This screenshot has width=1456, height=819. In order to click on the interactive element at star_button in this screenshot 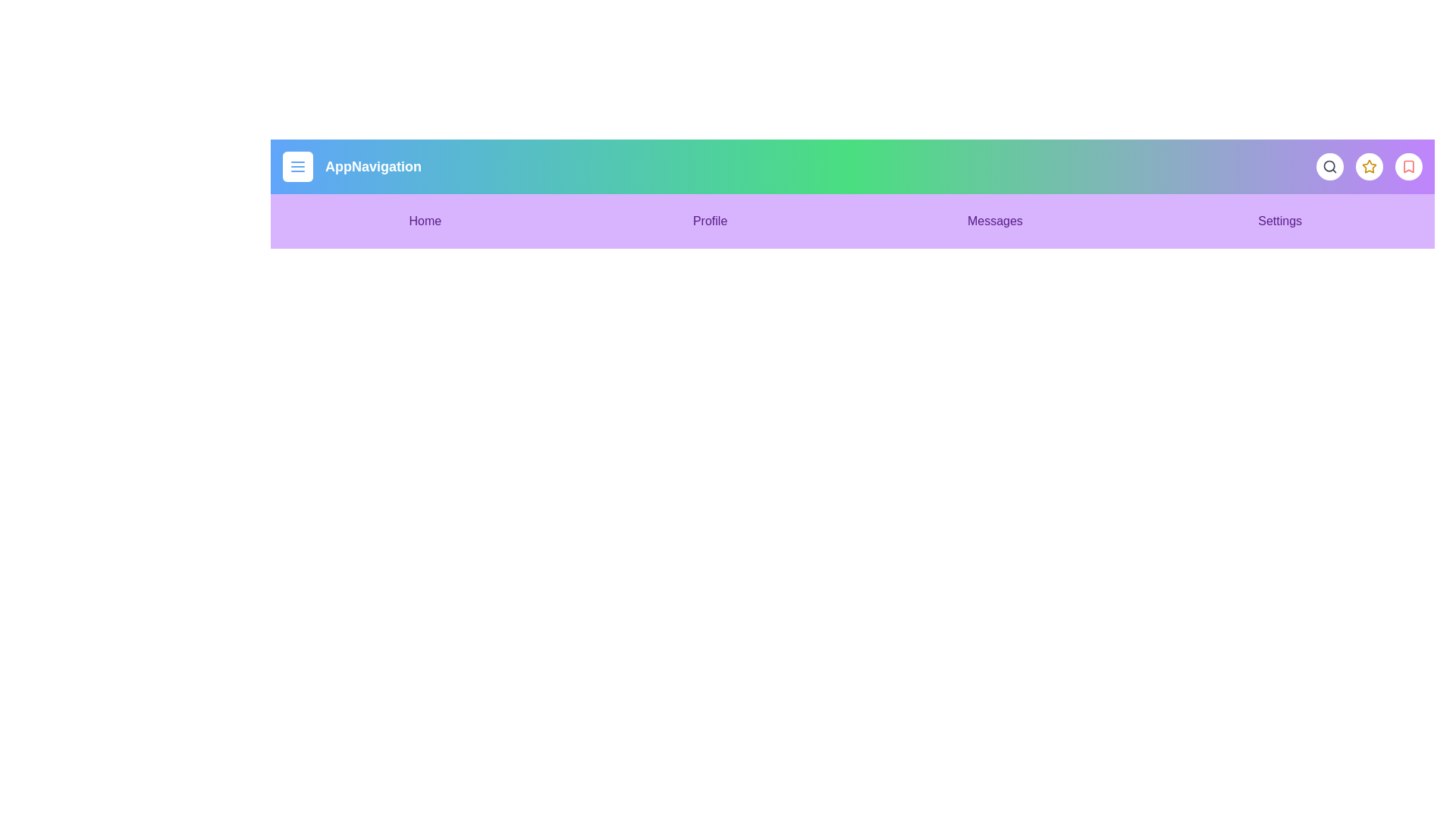, I will do `click(1369, 166)`.